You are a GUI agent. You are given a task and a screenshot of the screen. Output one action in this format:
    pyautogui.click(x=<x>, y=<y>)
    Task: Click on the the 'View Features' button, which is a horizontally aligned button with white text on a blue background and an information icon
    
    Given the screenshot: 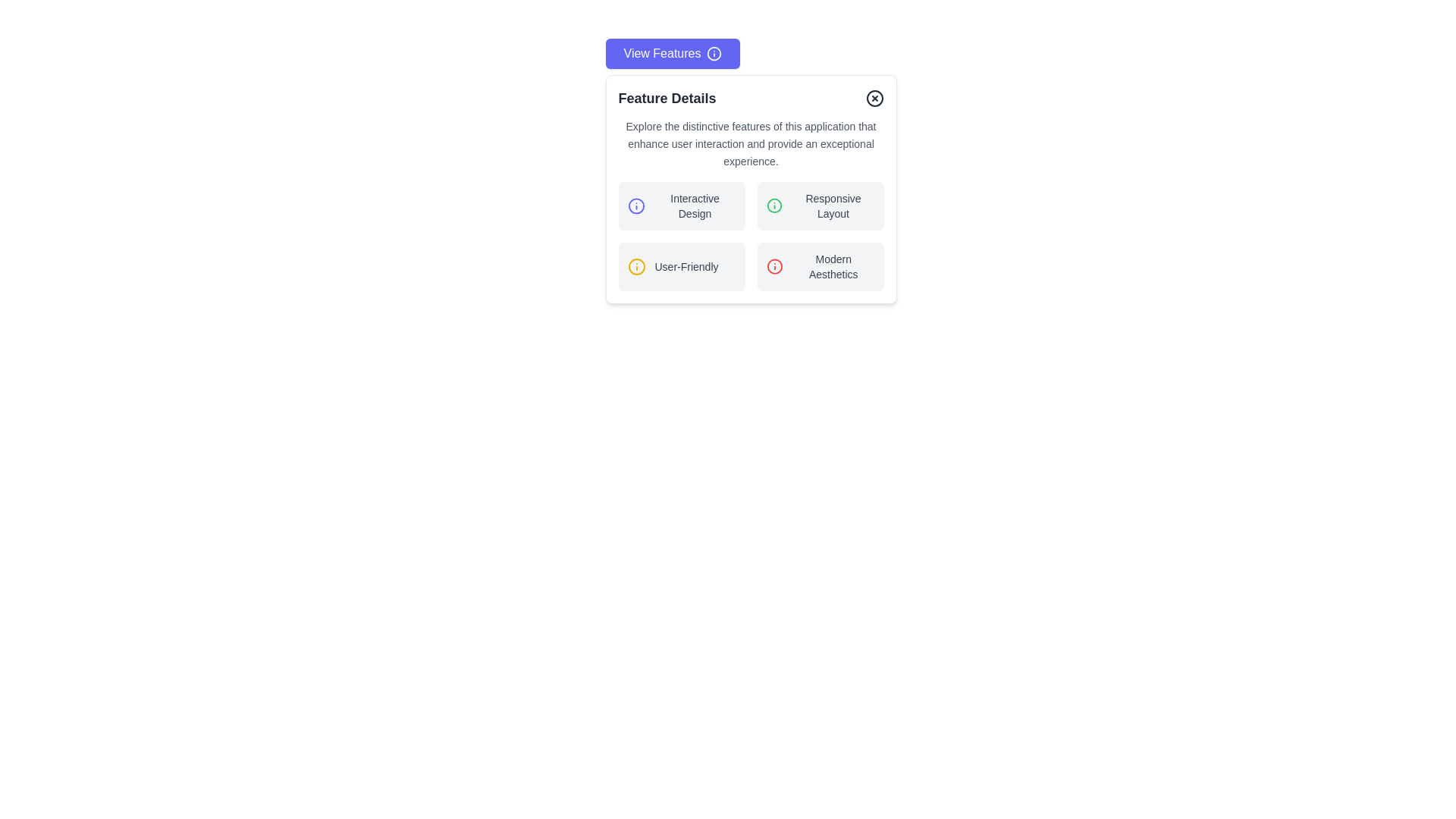 What is the action you would take?
    pyautogui.click(x=672, y=52)
    